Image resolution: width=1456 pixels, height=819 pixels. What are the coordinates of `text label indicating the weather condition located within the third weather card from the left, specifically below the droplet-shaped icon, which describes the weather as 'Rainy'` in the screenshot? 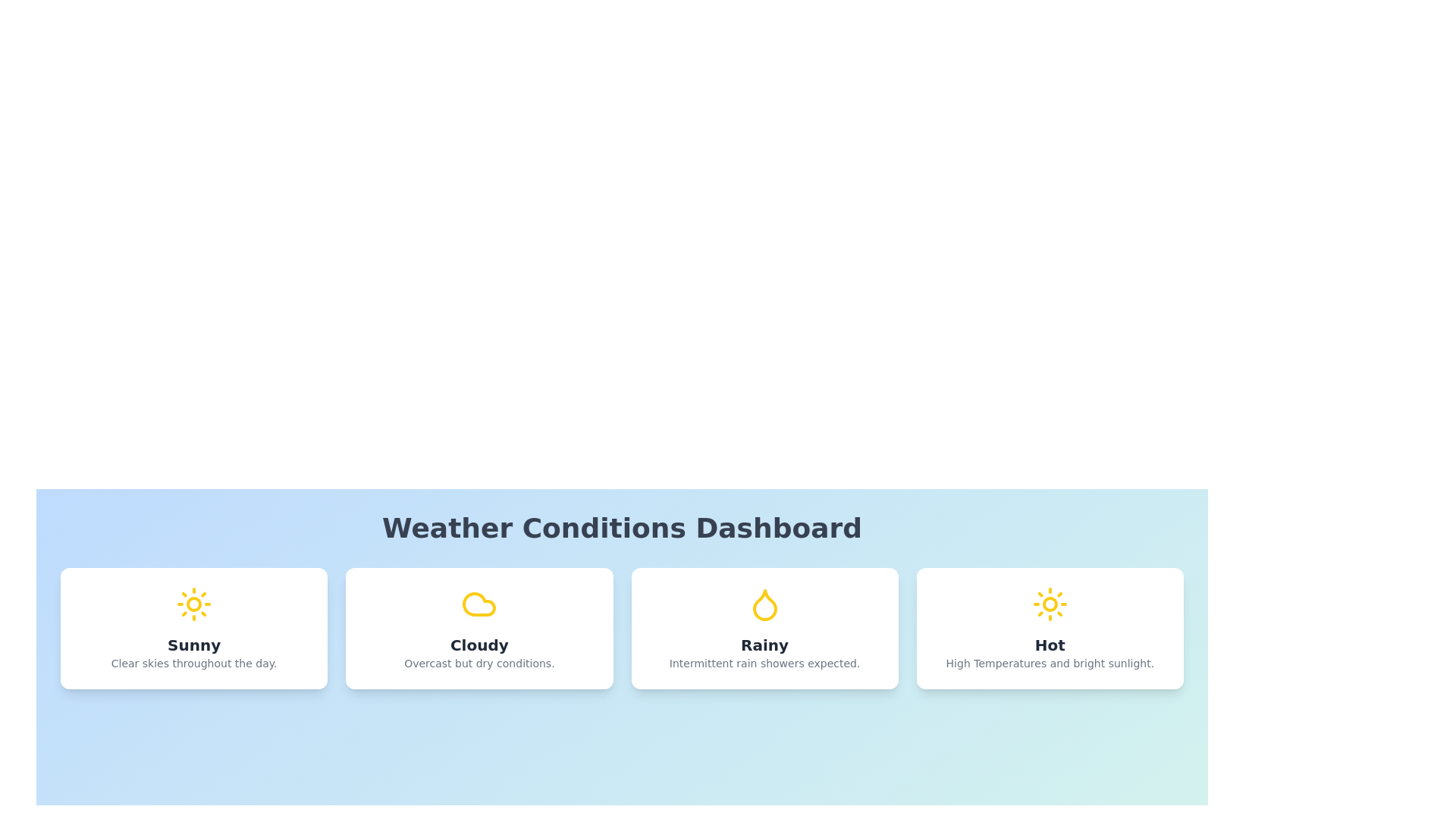 It's located at (764, 645).